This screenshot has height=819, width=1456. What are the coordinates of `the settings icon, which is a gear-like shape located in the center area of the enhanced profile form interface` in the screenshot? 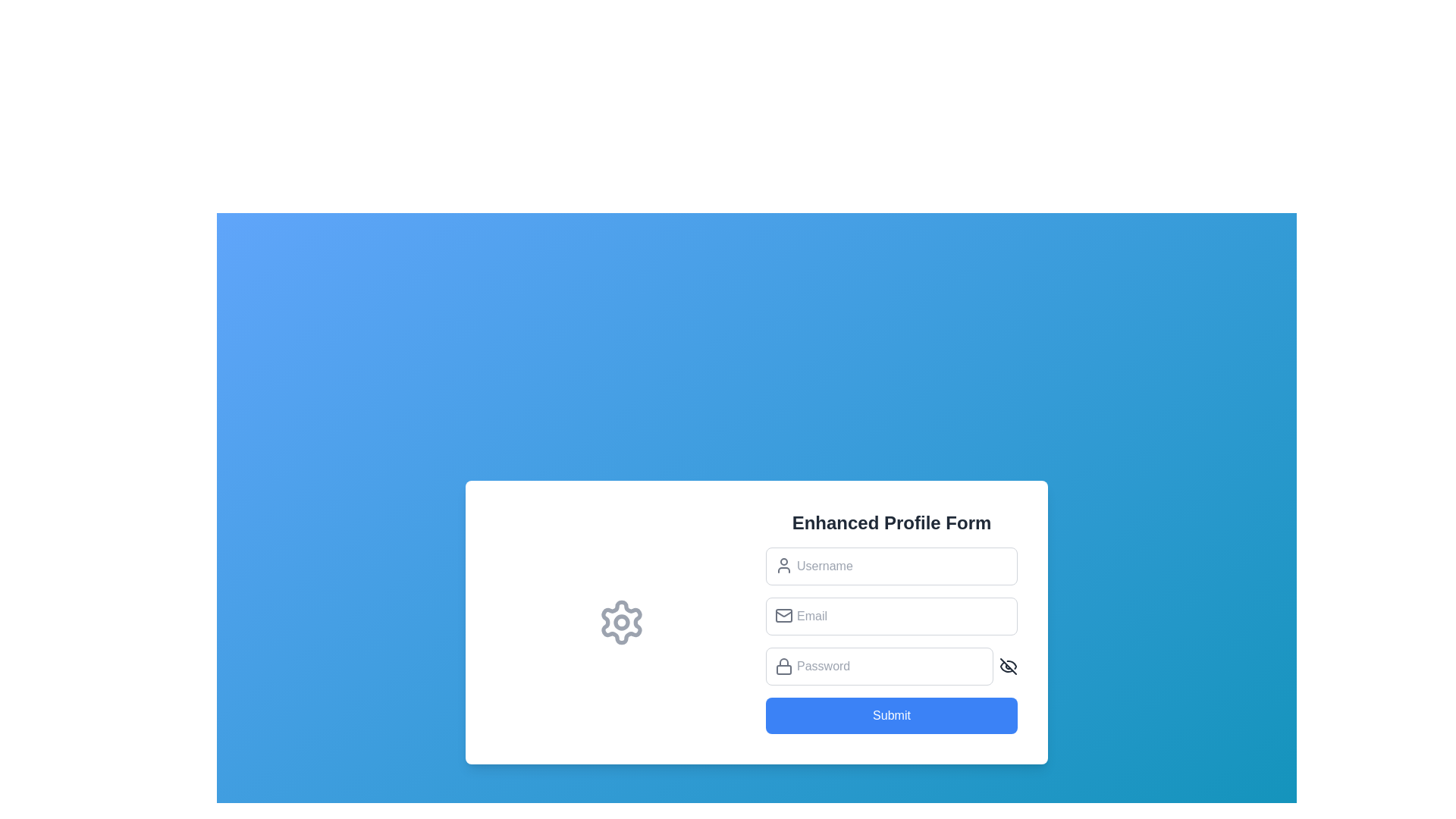 It's located at (622, 623).